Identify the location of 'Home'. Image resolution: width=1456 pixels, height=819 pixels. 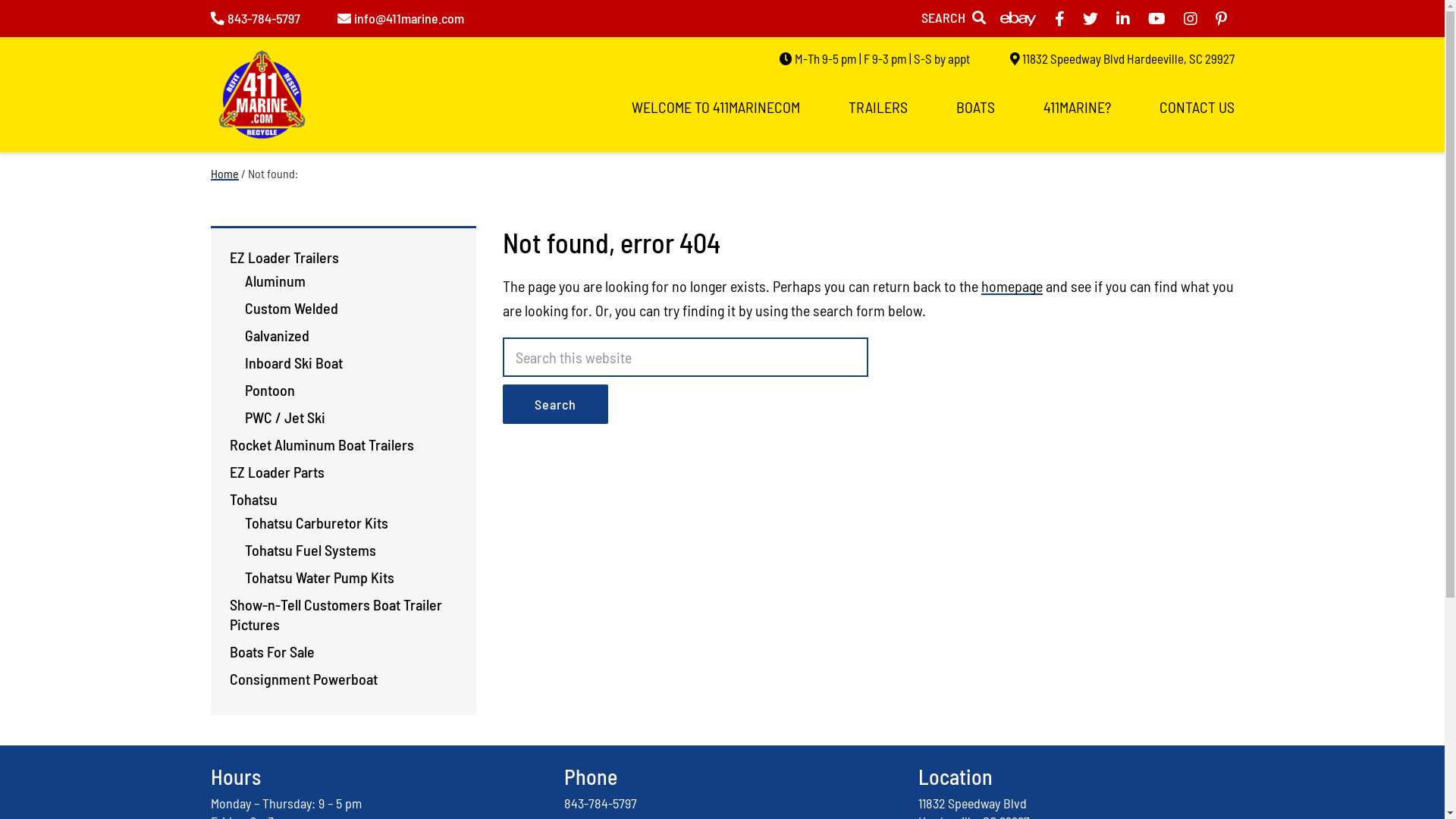
(224, 172).